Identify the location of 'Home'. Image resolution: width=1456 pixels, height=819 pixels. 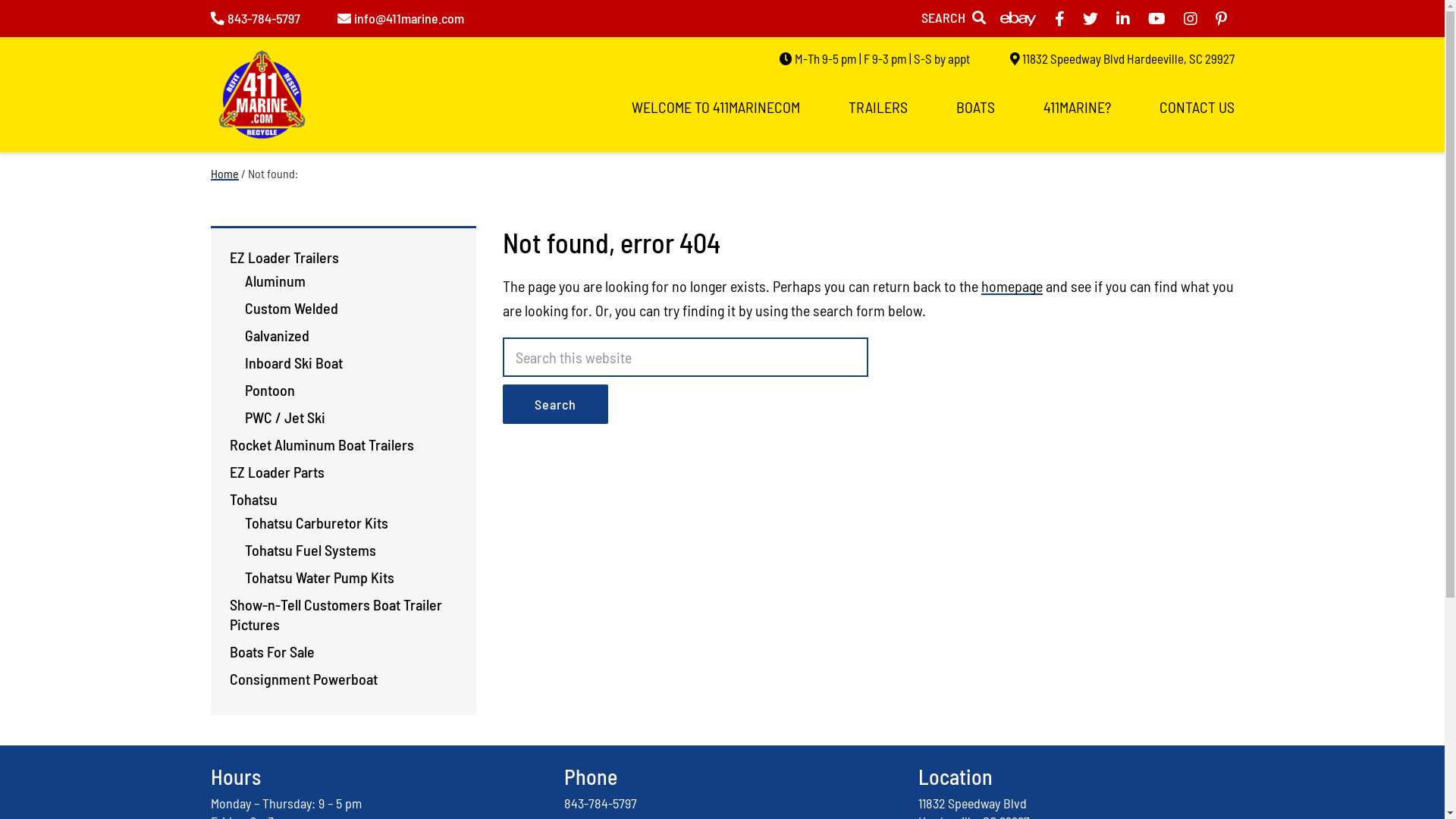
(224, 172).